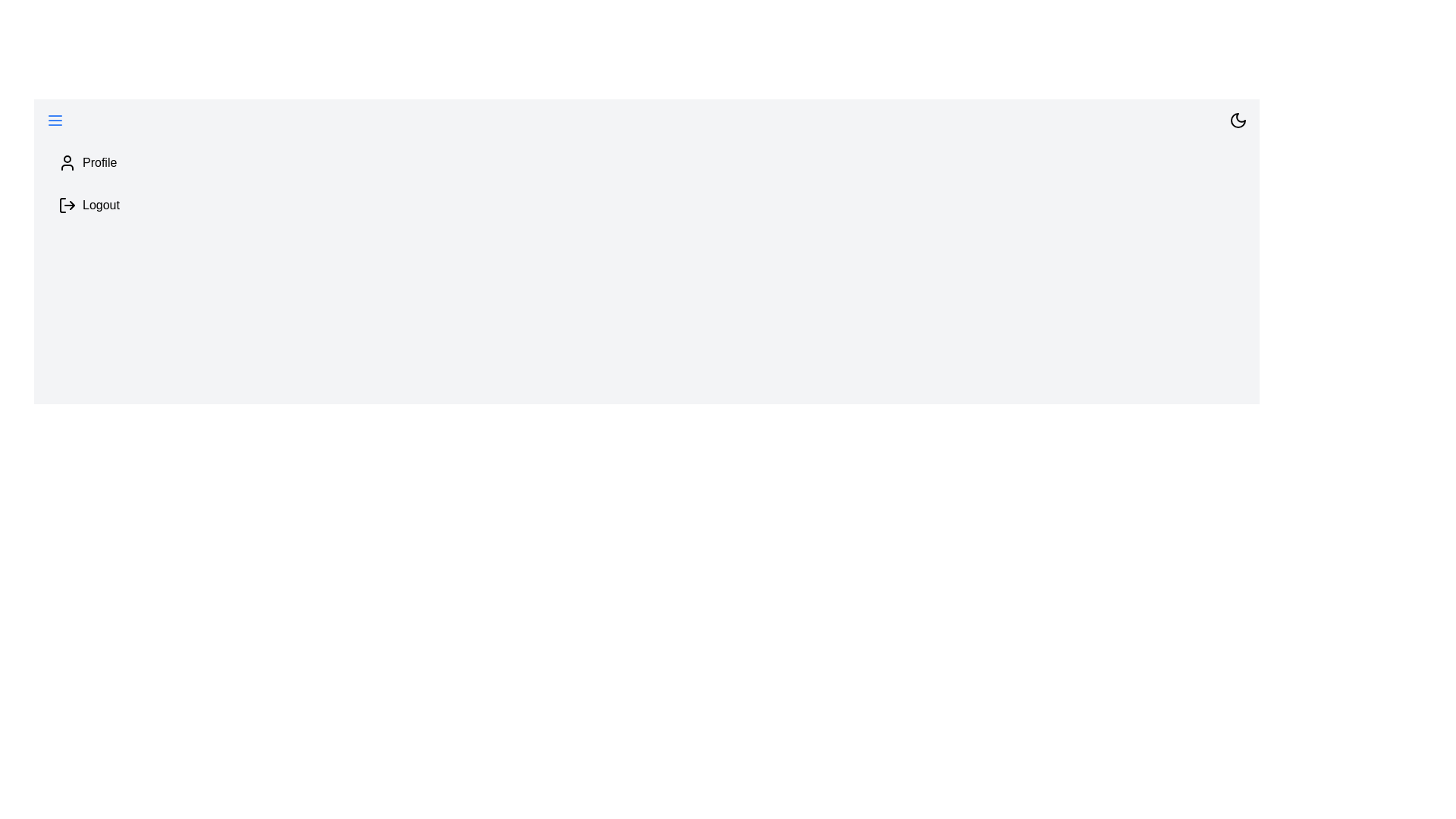 This screenshot has width=1456, height=819. I want to click on the circular crescent moon icon button located at the top-right corner of the light grey bar, so click(1238, 119).